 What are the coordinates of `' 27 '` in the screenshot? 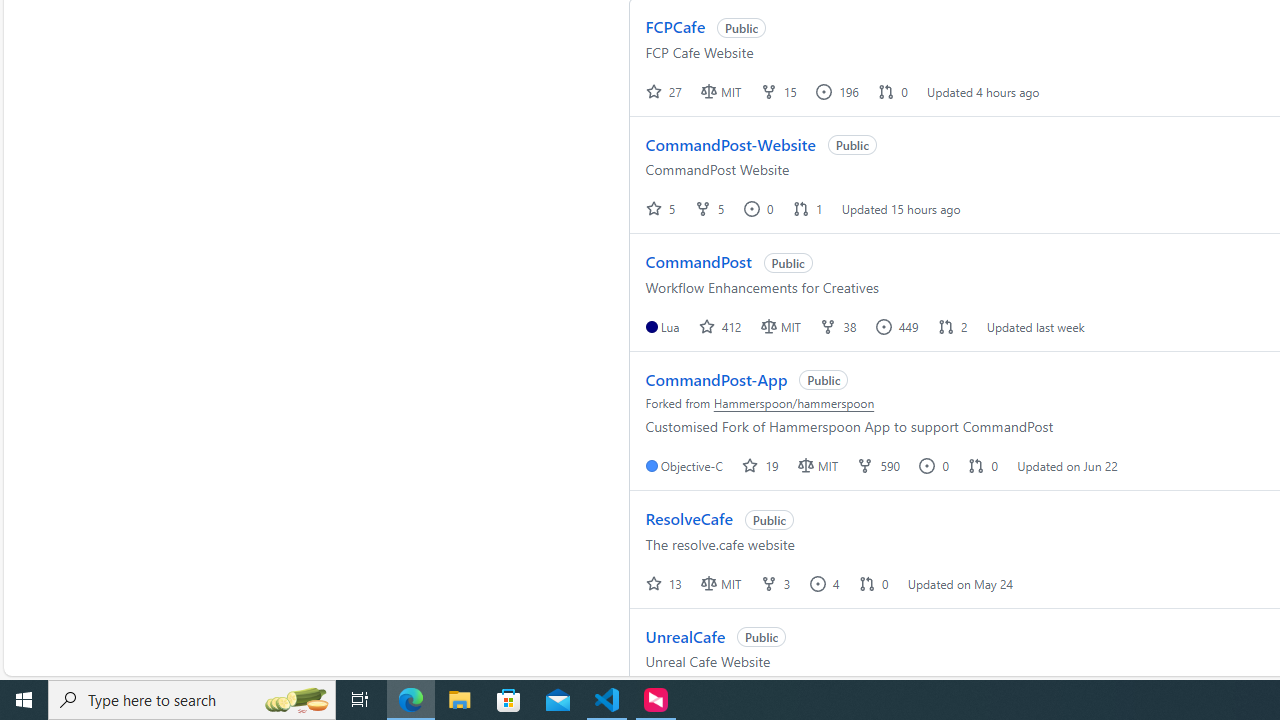 It's located at (665, 91).